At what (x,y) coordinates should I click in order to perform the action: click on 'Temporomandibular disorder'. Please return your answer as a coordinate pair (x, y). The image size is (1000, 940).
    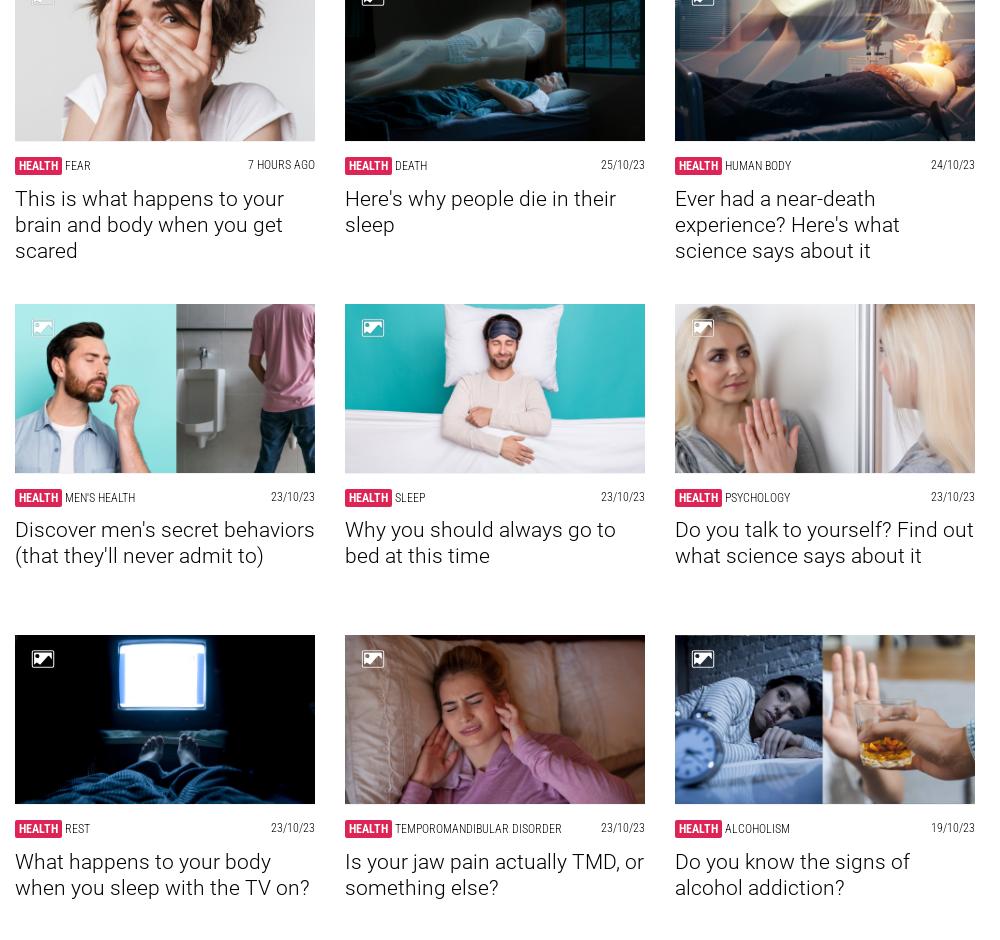
    Looking at the image, I should click on (477, 827).